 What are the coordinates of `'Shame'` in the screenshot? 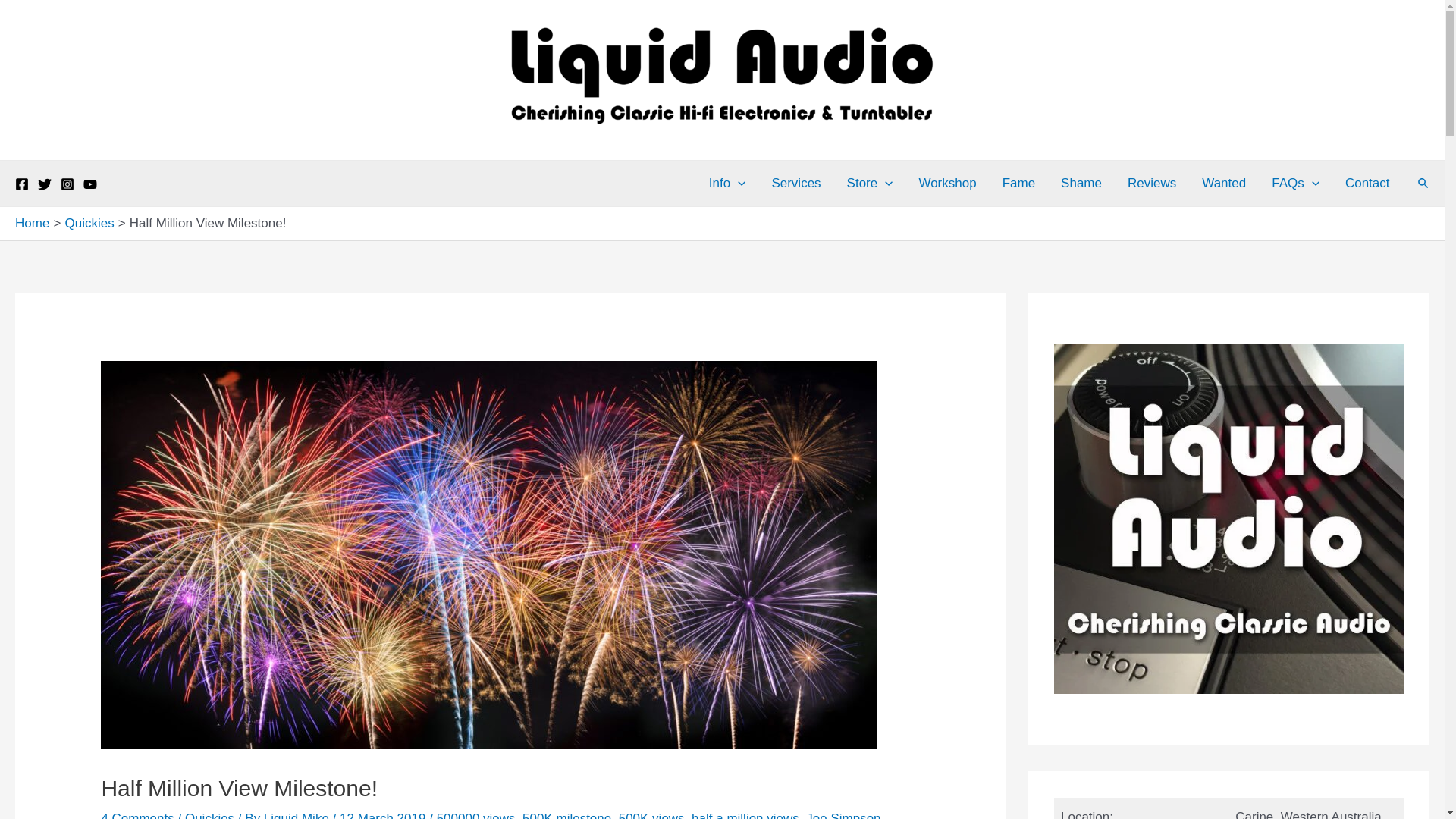 It's located at (1080, 183).